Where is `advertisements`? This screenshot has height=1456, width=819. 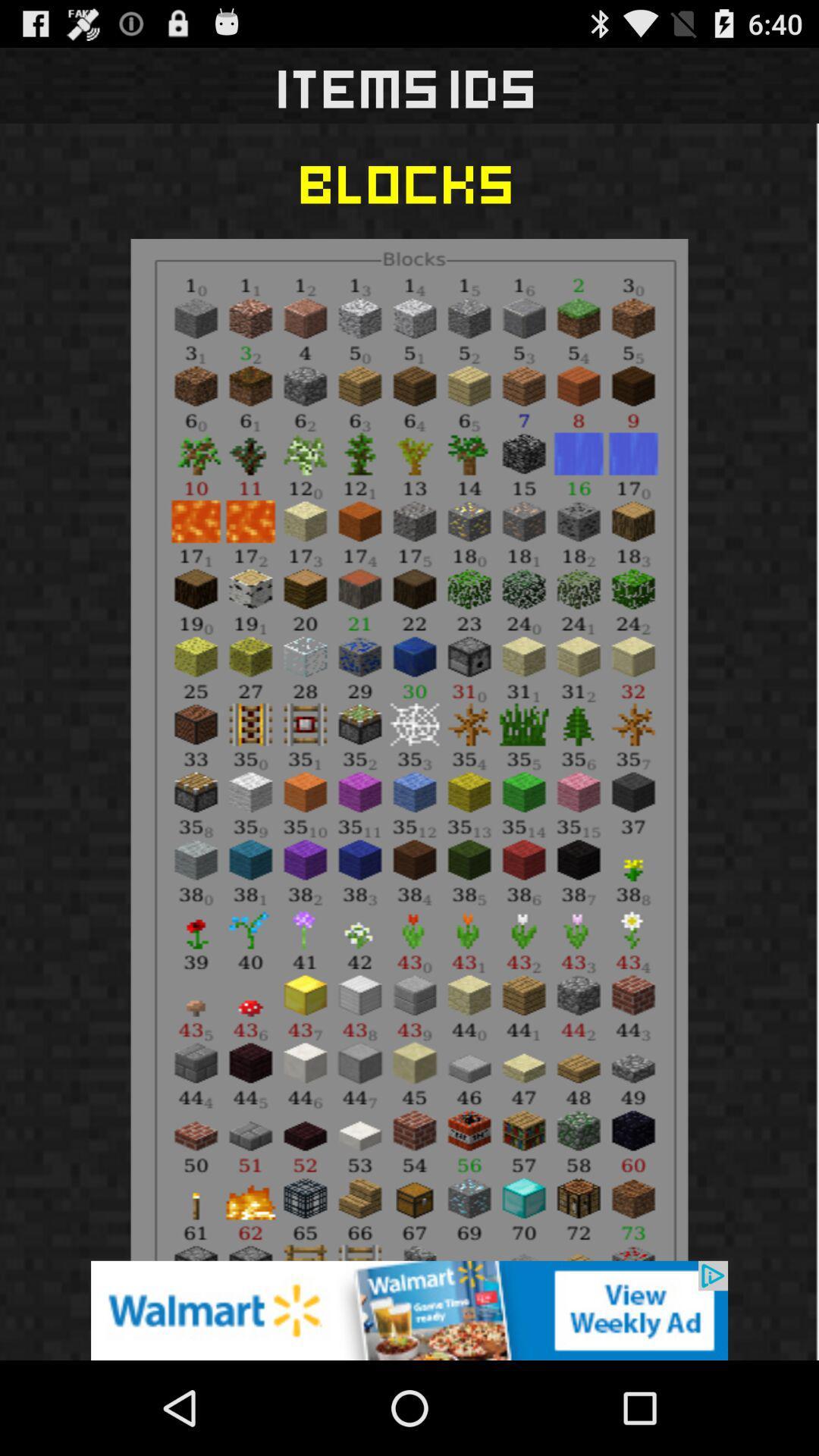 advertisements is located at coordinates (409, 1310).